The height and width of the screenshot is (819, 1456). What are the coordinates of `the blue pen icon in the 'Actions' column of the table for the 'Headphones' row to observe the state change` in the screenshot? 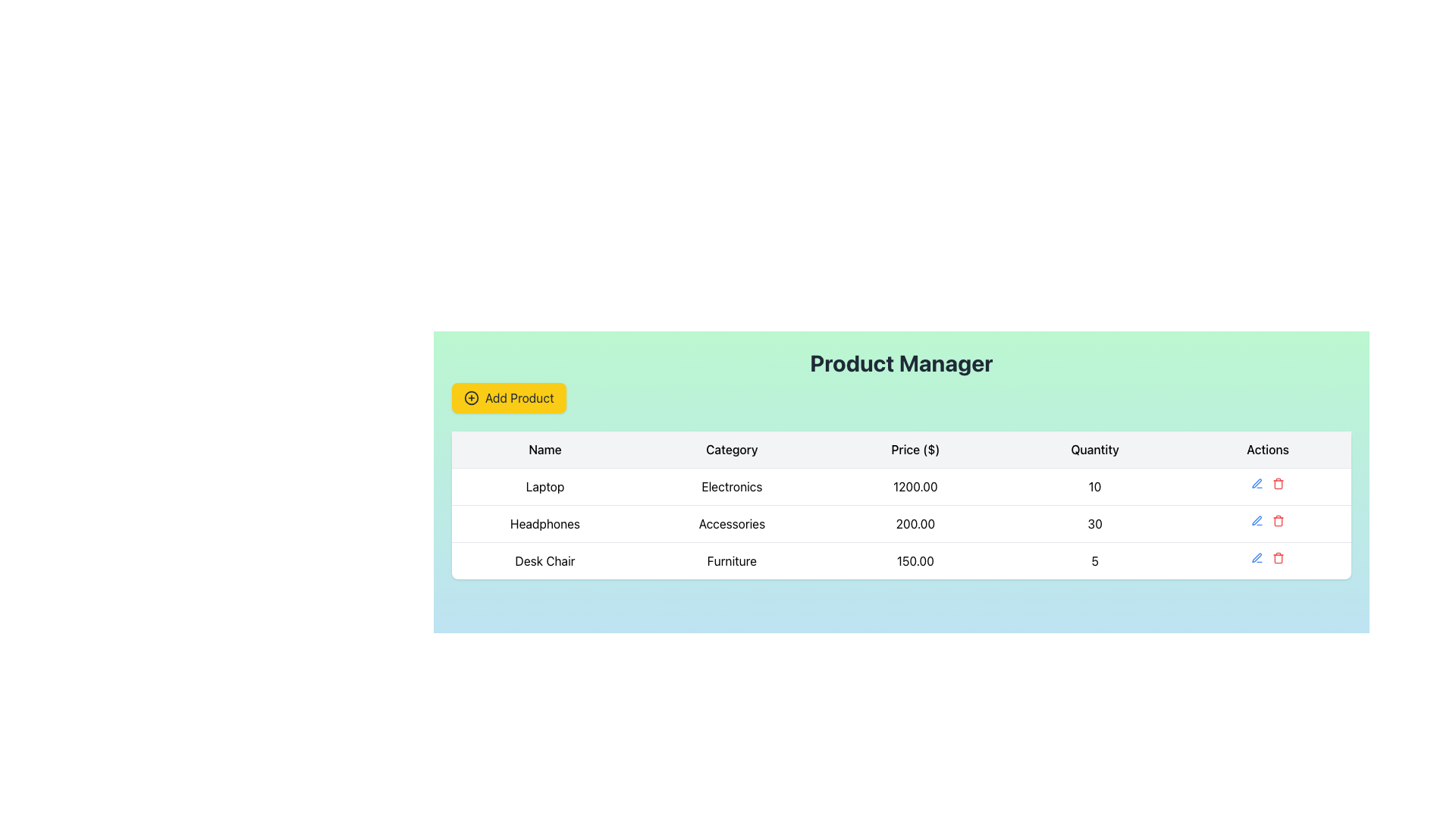 It's located at (1257, 519).